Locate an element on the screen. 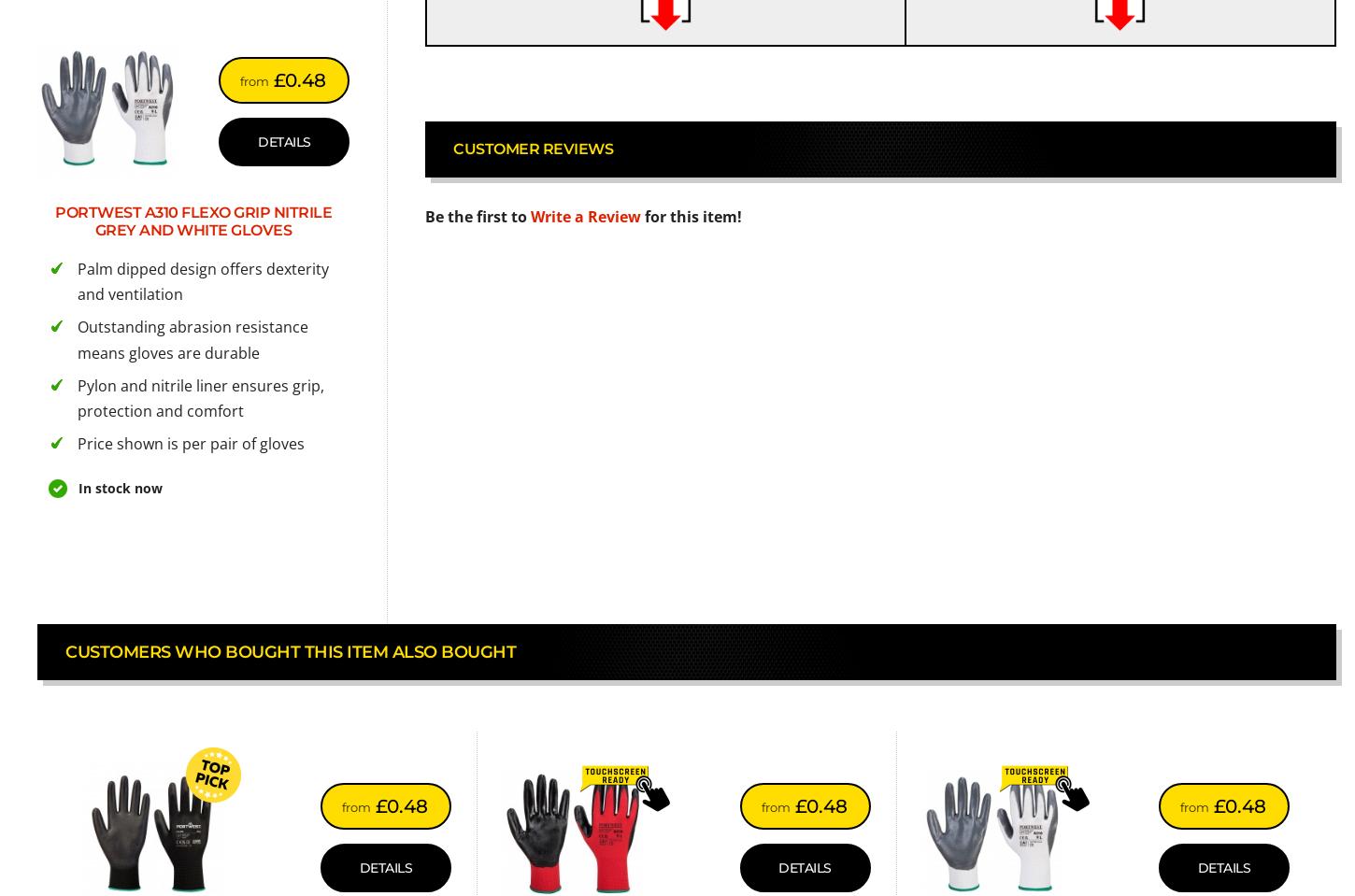 This screenshot has width=1355, height=896. 'In stock now' is located at coordinates (120, 488).